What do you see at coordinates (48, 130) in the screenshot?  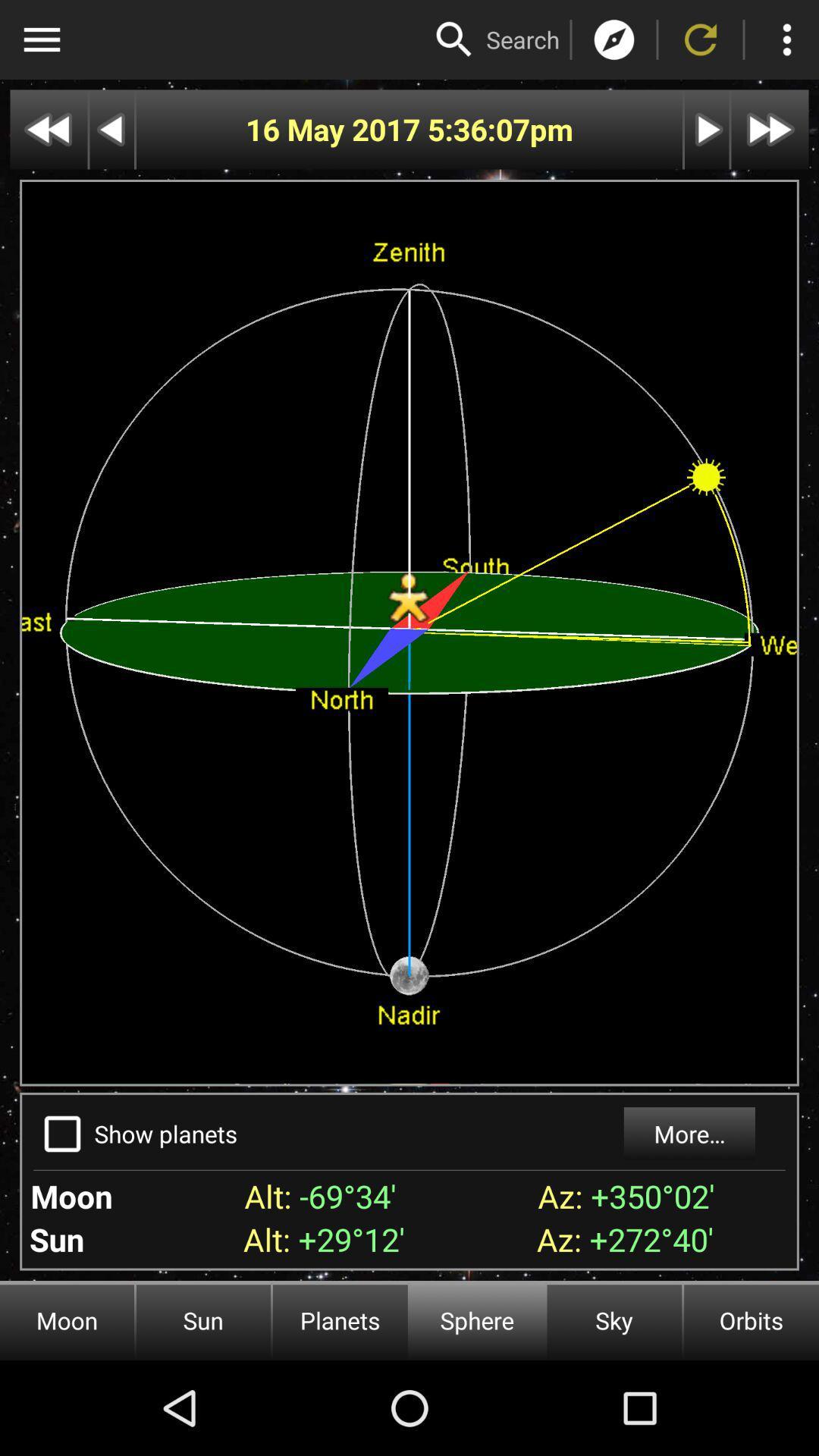 I see `previous` at bounding box center [48, 130].